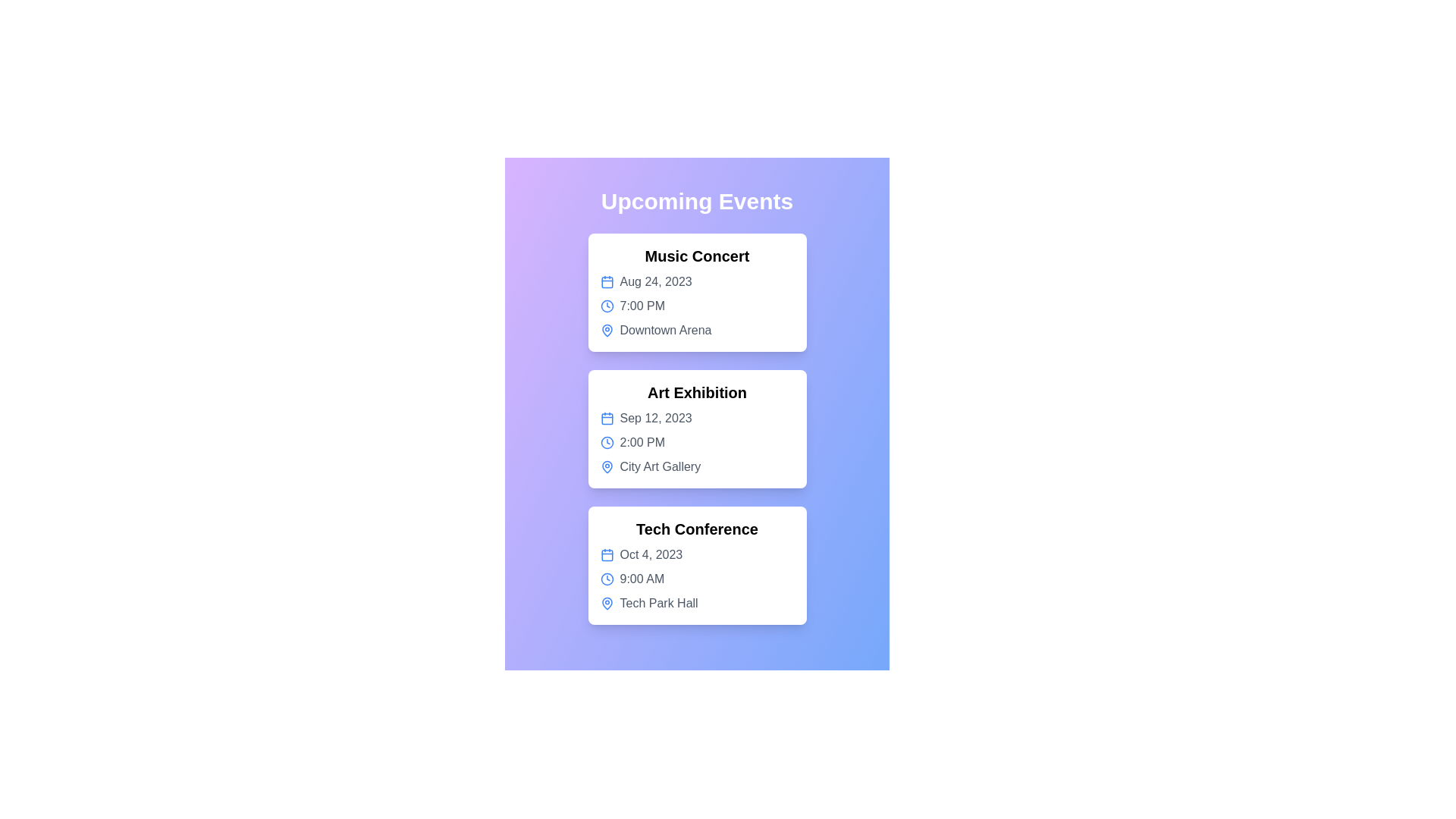 The width and height of the screenshot is (1456, 819). I want to click on the blue clock icon next to the time value associated with the 'Art Exhibition' entry in the event card layout for potential interactions, so click(607, 442).